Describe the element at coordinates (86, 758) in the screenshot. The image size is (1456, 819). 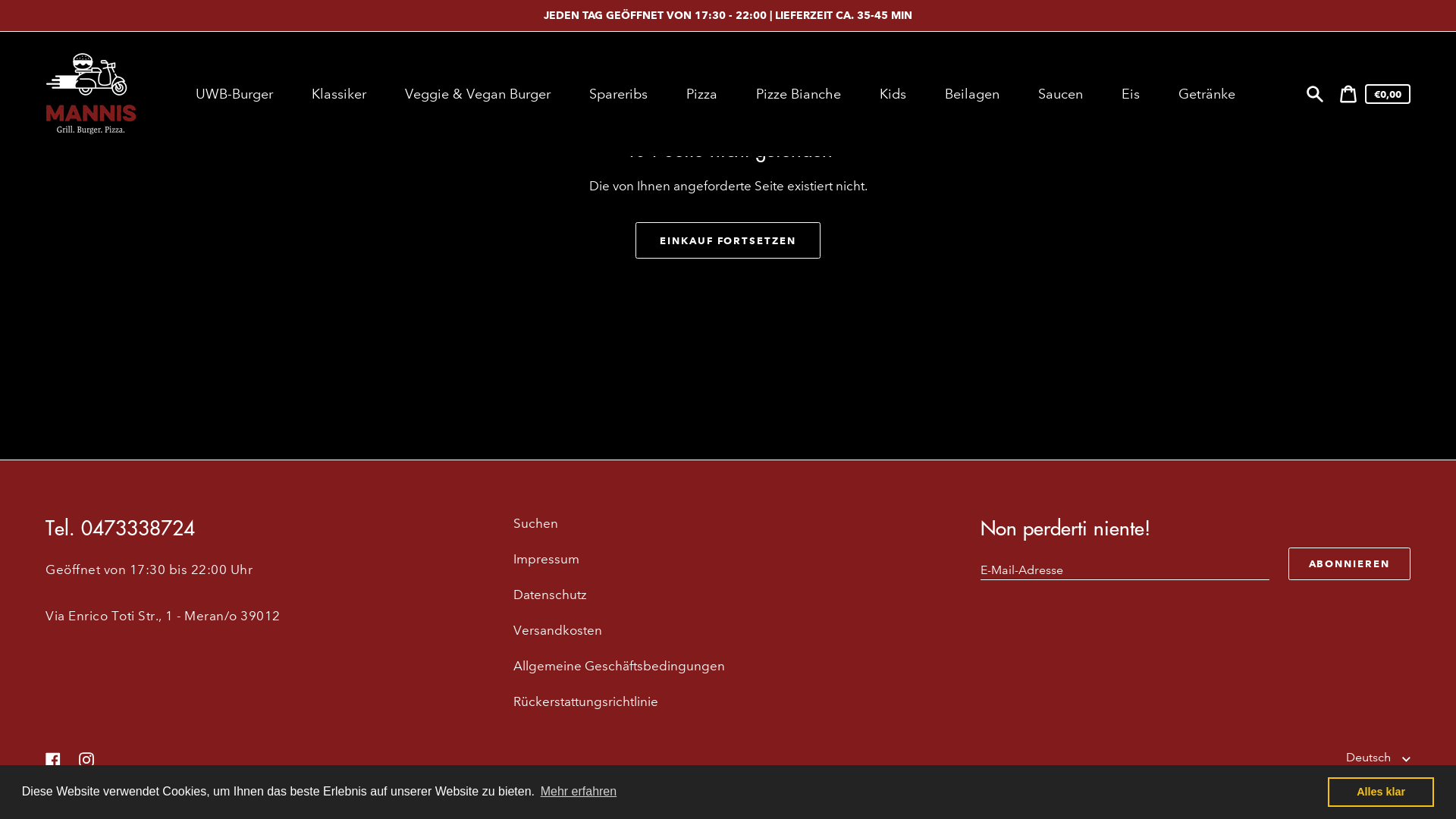
I see `'Instagram'` at that location.